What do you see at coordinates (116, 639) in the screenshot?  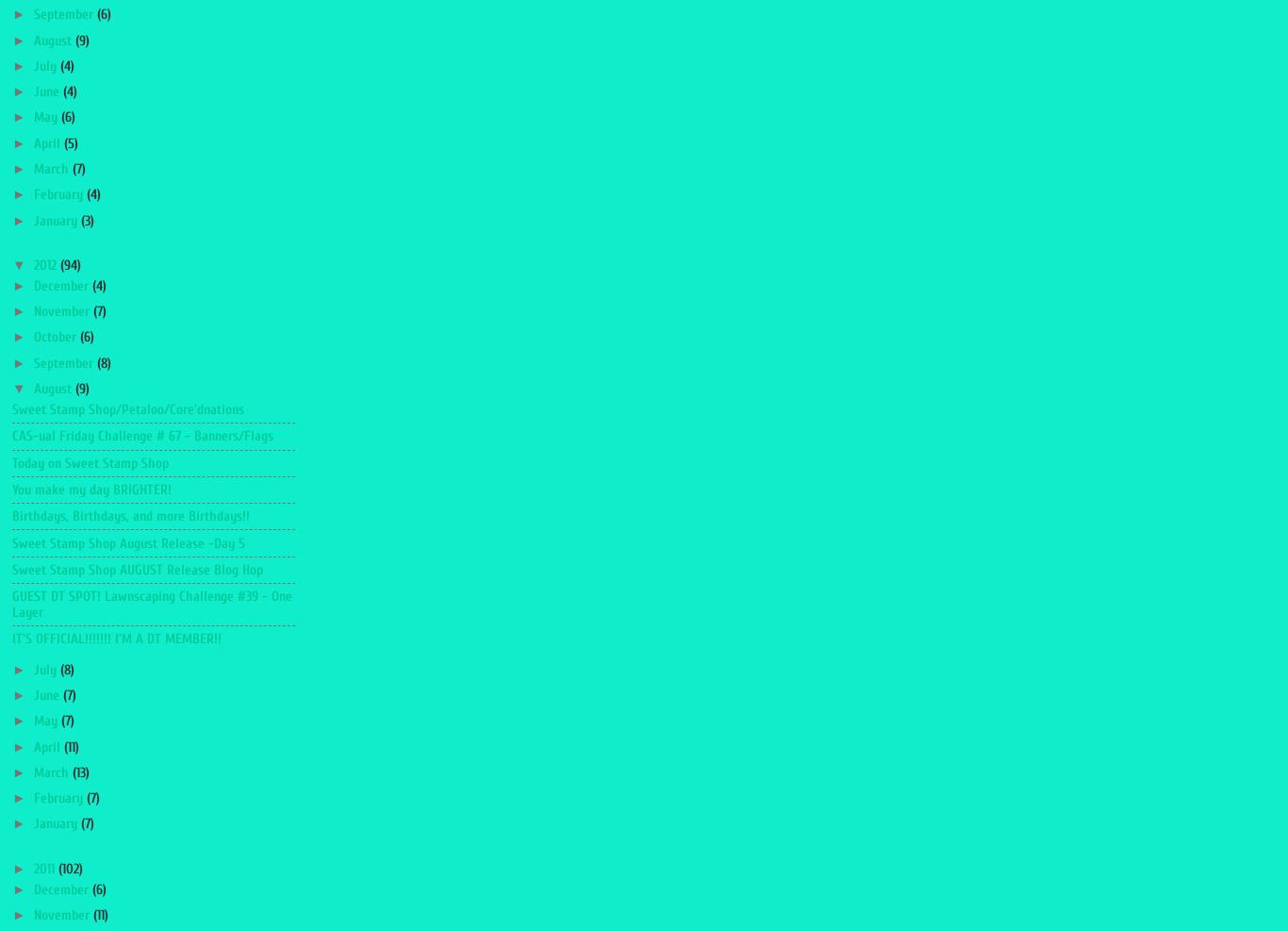 I see `'IT'S OFFICIAL!!!!!!! I'M A DT MEMBER!!'` at bounding box center [116, 639].